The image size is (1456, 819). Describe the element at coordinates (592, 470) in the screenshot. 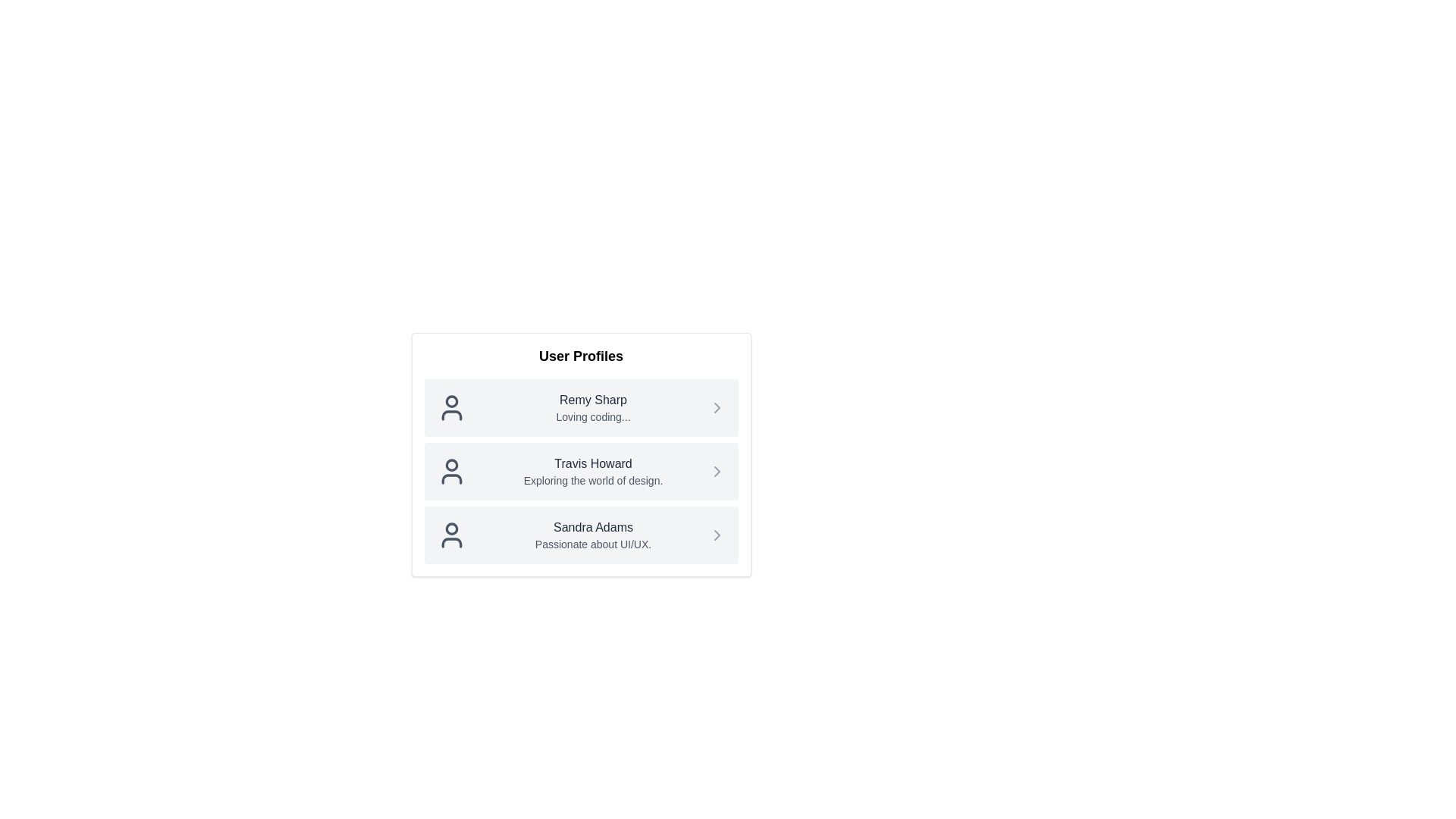

I see `the second profile entry in the 'User Profiles' list, which displays the user's name and description, positioned between 'Remy Sharp' and 'Sandra Adams'` at that location.